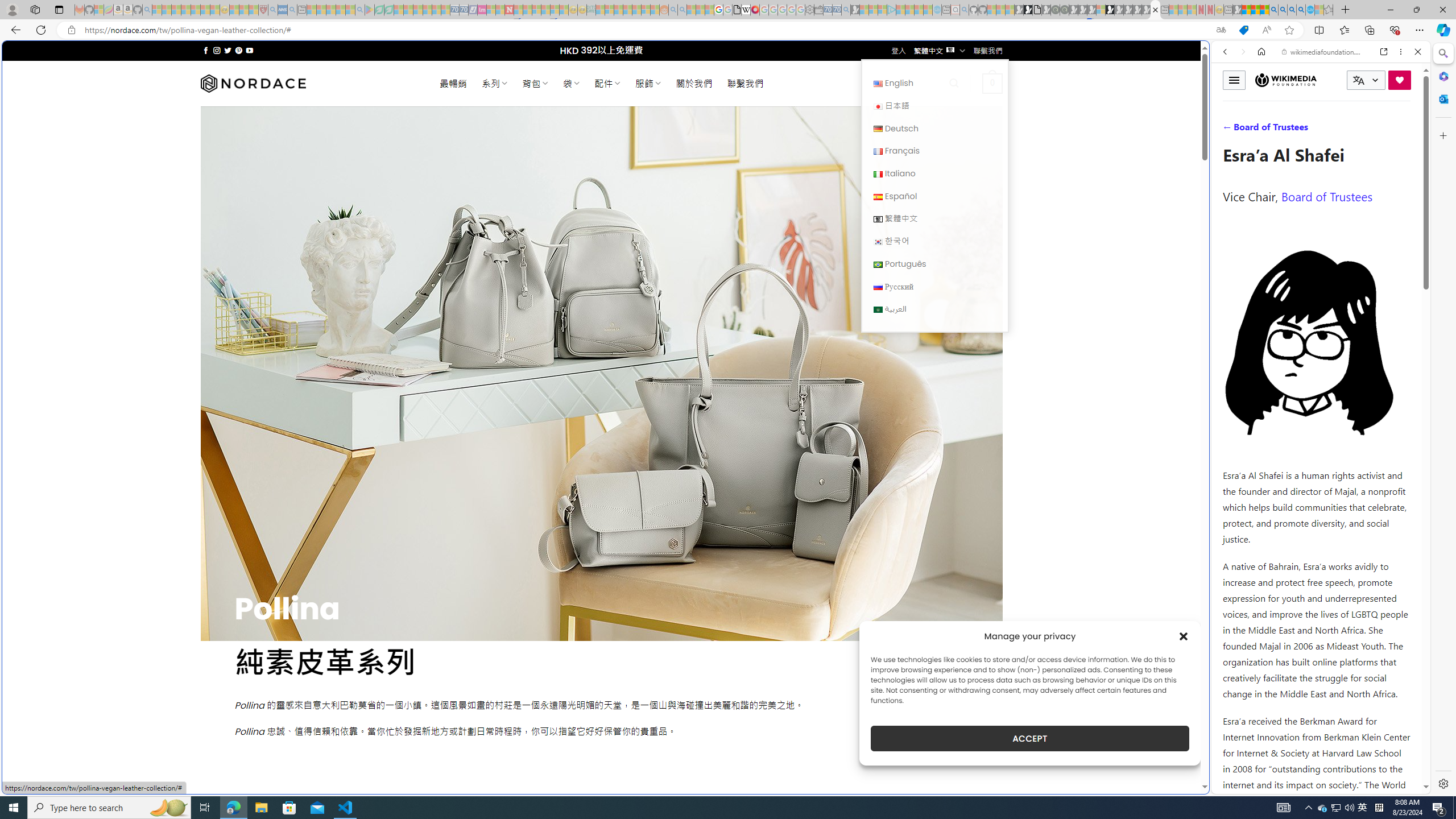 This screenshot has width=1456, height=819. Describe the element at coordinates (1286, 79) in the screenshot. I see `'Wikimedia Foundation'` at that location.